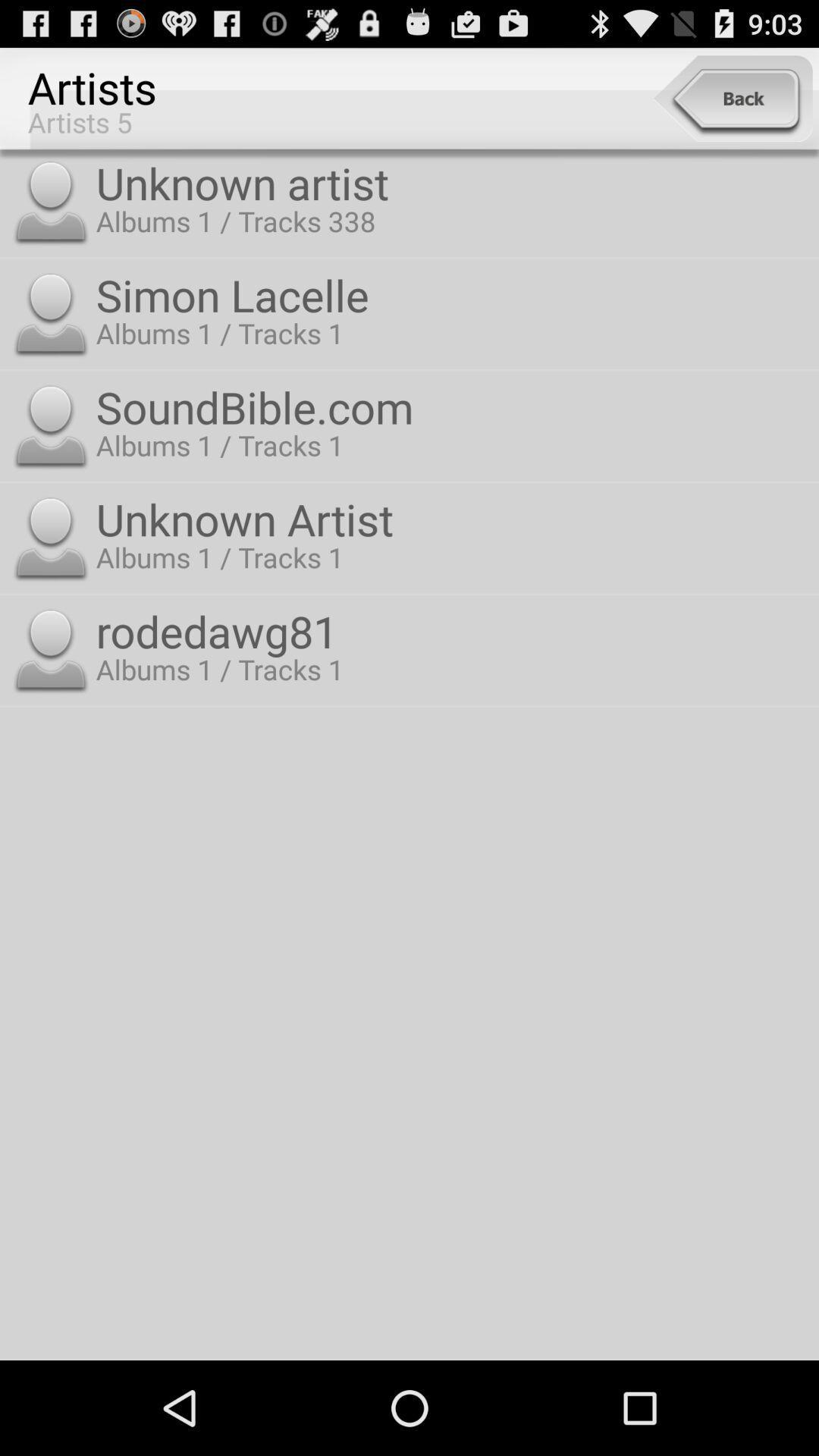  I want to click on soundbible.com icon, so click(453, 406).